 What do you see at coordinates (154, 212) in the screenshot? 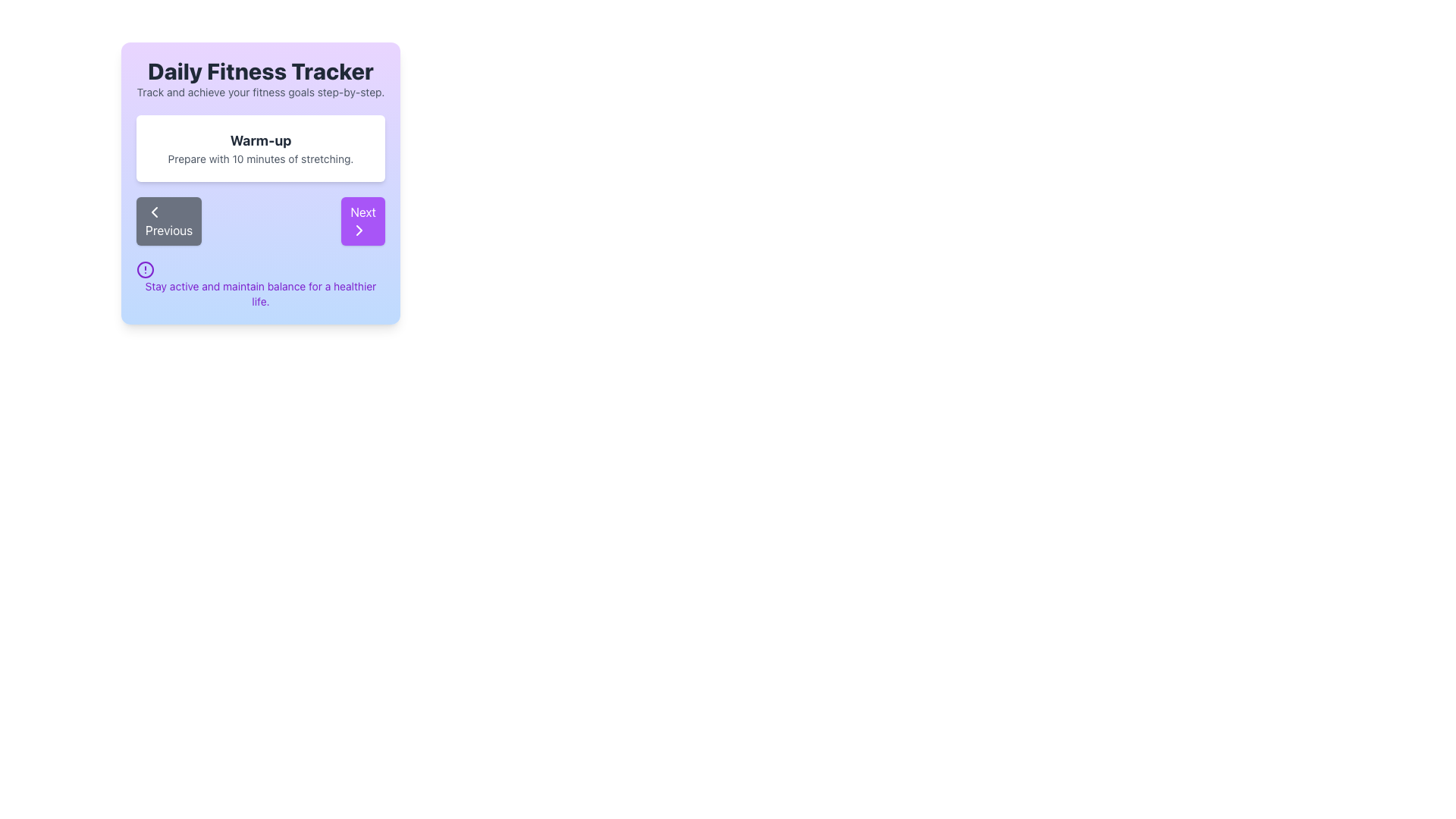
I see `the 'Previous' button which contains the left-pointing arrow SVG graphic` at bounding box center [154, 212].